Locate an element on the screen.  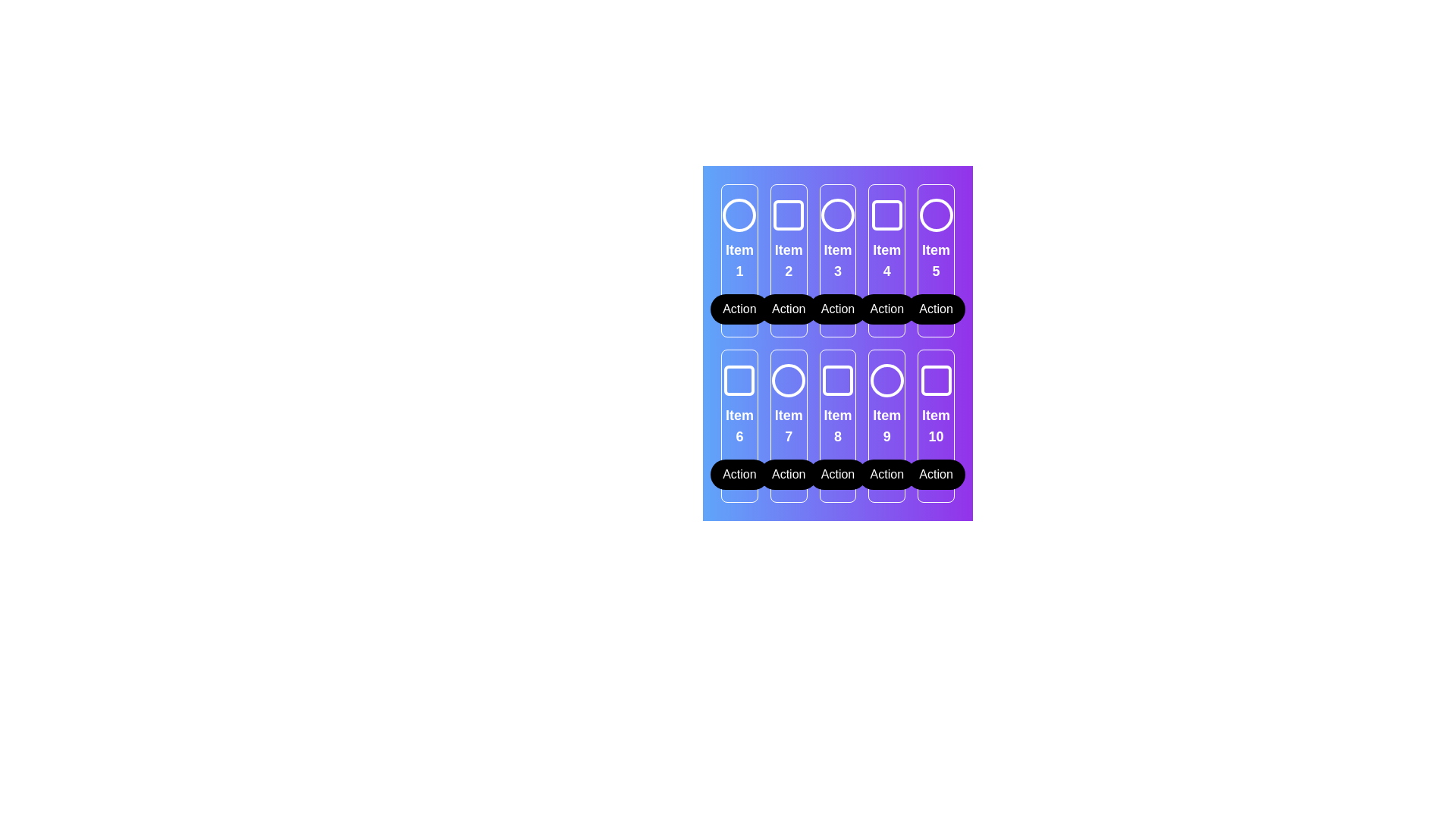
the fifth button in the upper section of the grid interface to observe its styling effects, which is associated with 'Item 5' is located at coordinates (935, 309).